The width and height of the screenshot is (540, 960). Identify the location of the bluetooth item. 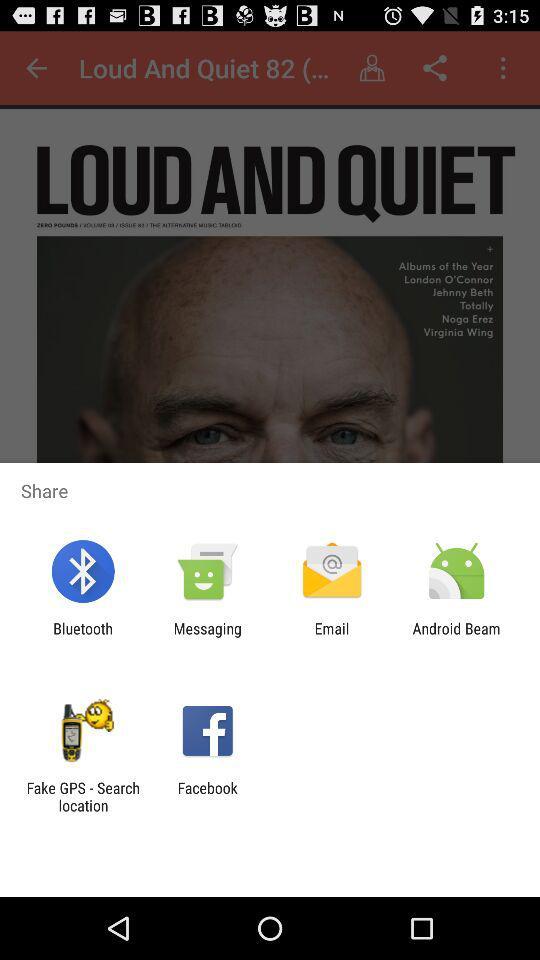
(82, 636).